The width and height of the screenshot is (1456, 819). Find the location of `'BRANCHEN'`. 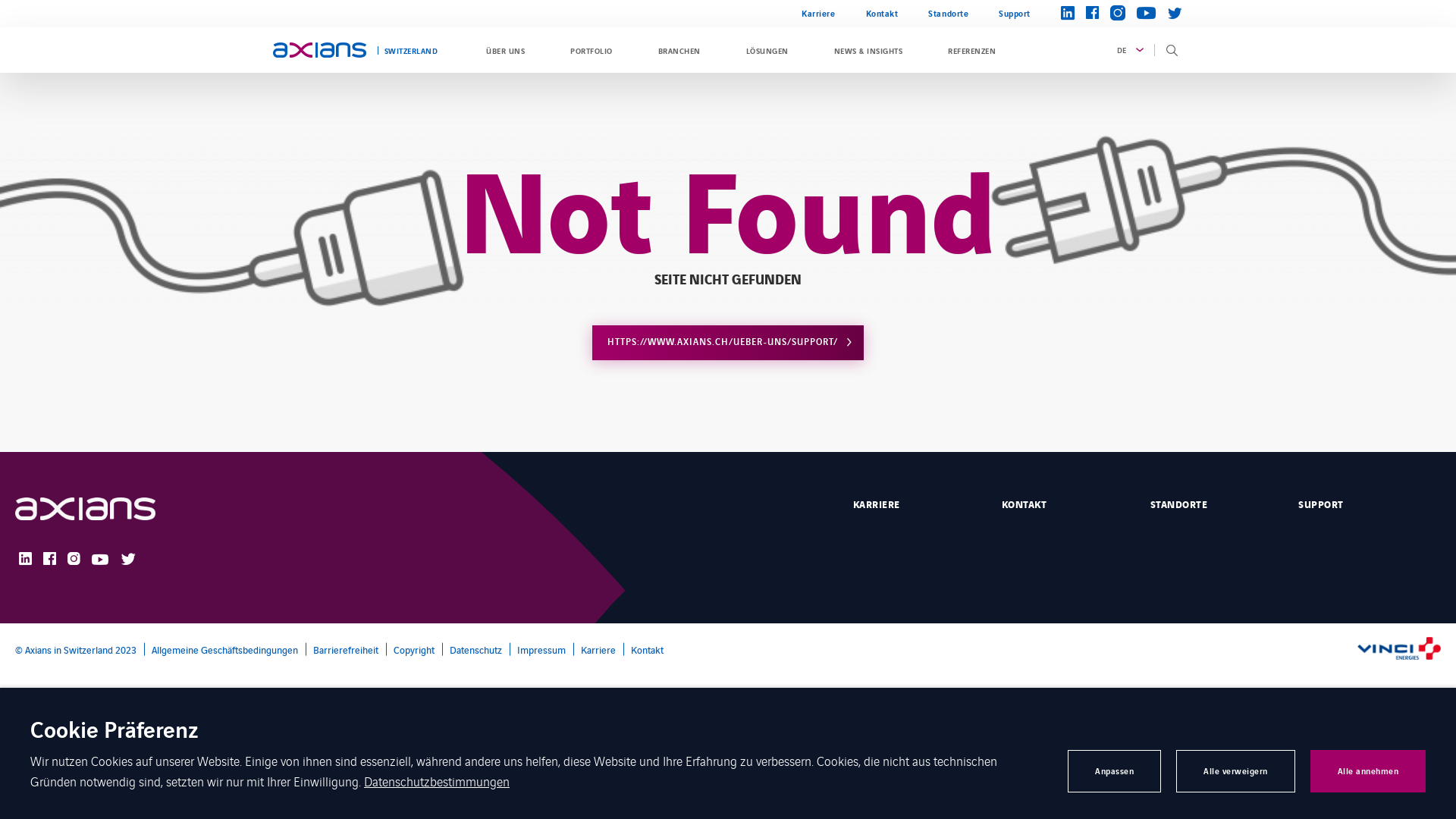

'BRANCHEN' is located at coordinates (679, 49).